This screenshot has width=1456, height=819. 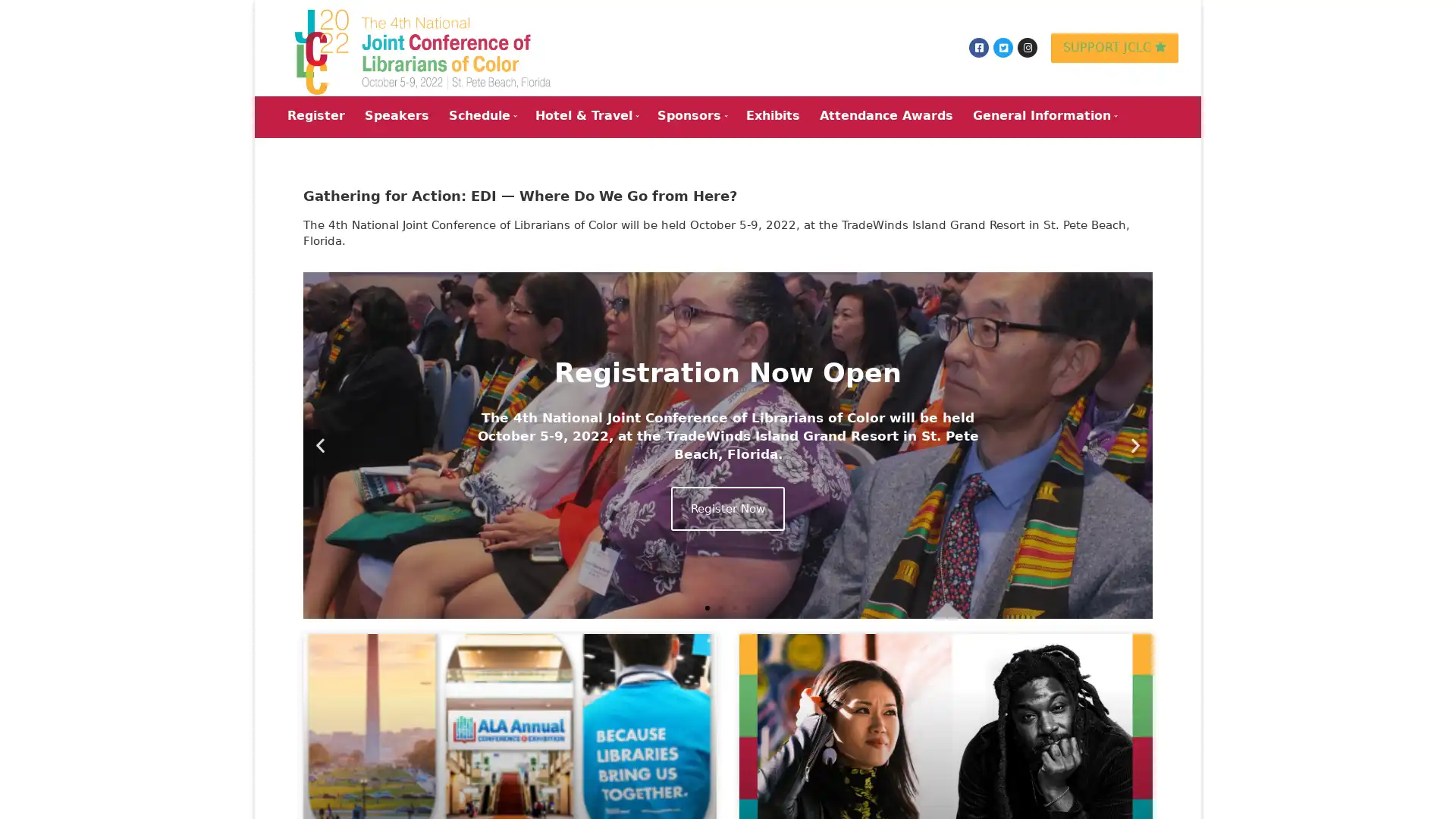 I want to click on Go to slide 1, so click(x=706, y=607).